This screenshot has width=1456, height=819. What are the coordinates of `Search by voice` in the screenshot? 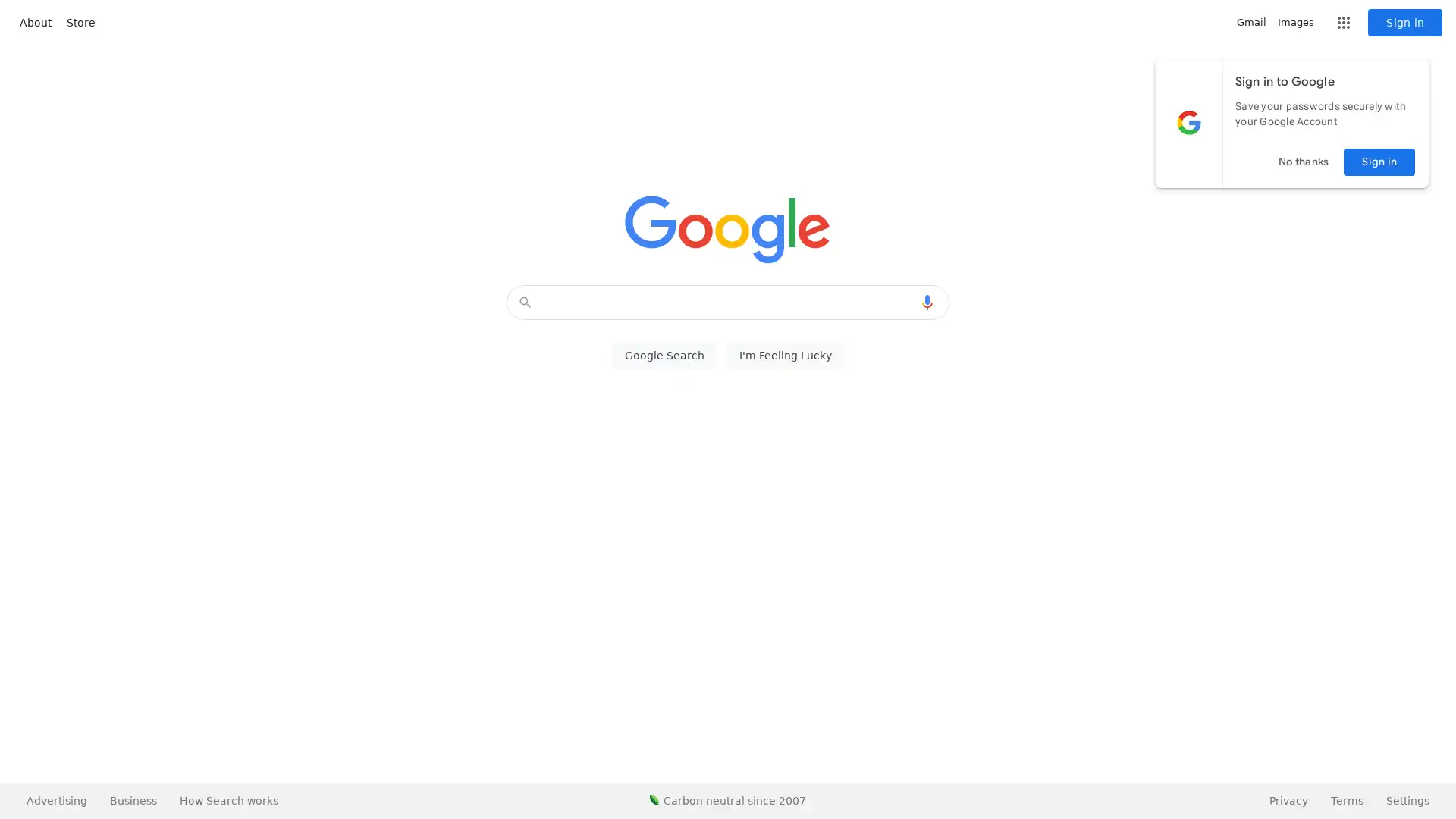 It's located at (927, 302).